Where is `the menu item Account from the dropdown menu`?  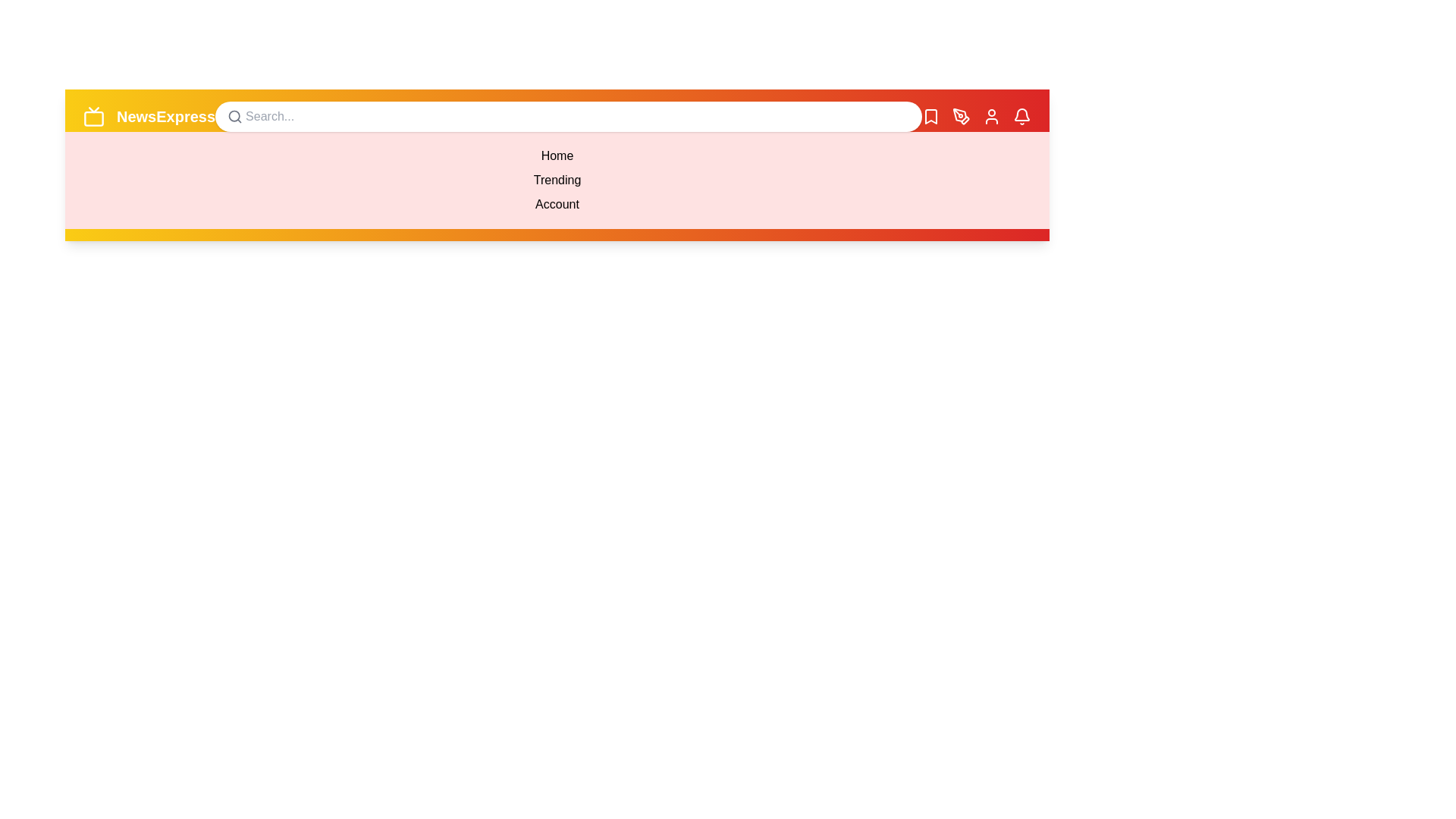 the menu item Account from the dropdown menu is located at coordinates (556, 205).